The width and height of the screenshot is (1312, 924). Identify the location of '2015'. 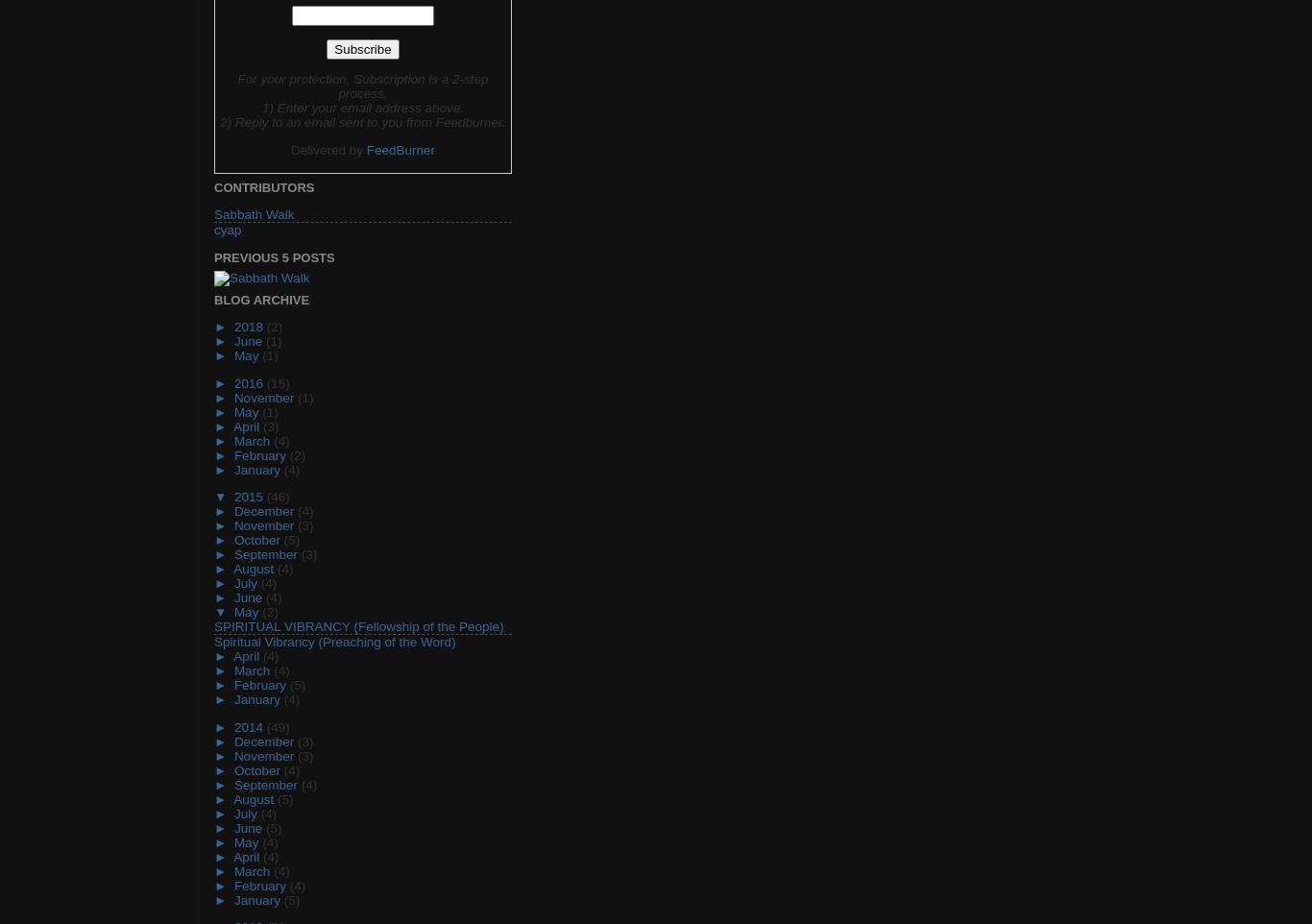
(249, 496).